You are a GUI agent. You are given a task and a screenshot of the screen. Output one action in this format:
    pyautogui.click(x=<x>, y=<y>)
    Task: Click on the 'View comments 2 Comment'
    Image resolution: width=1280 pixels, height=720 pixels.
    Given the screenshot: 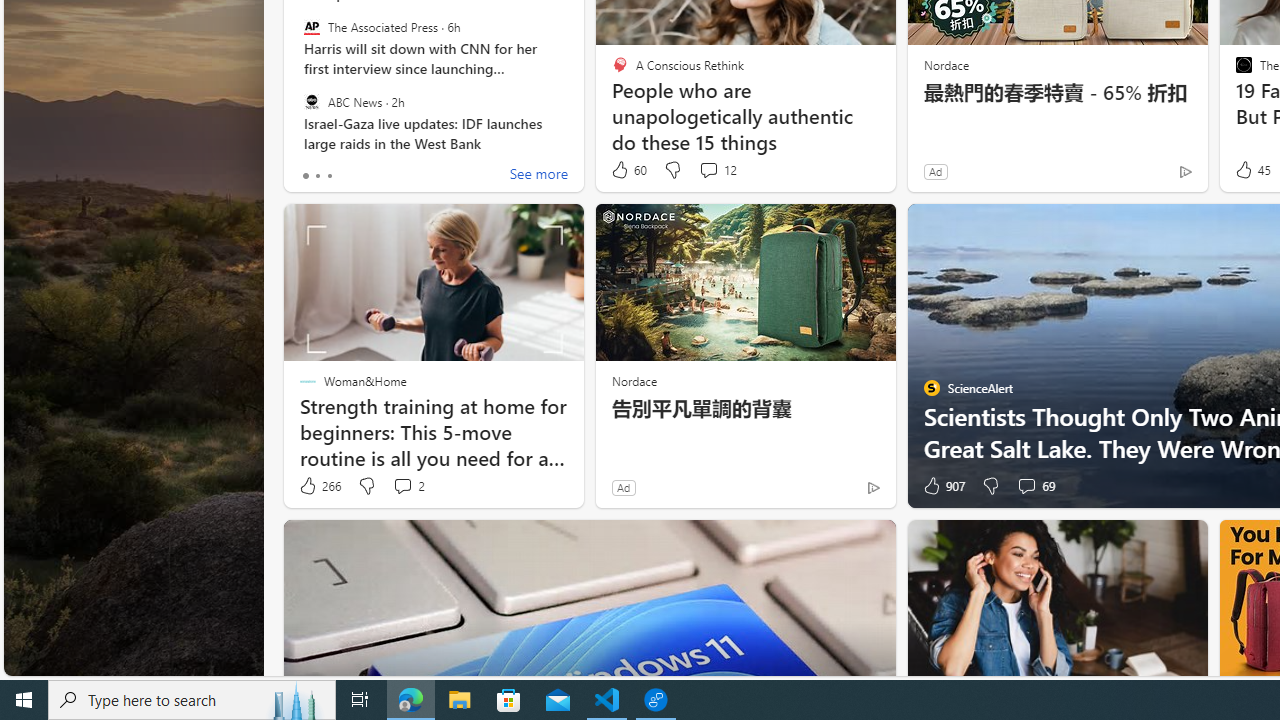 What is the action you would take?
    pyautogui.click(x=401, y=486)
    